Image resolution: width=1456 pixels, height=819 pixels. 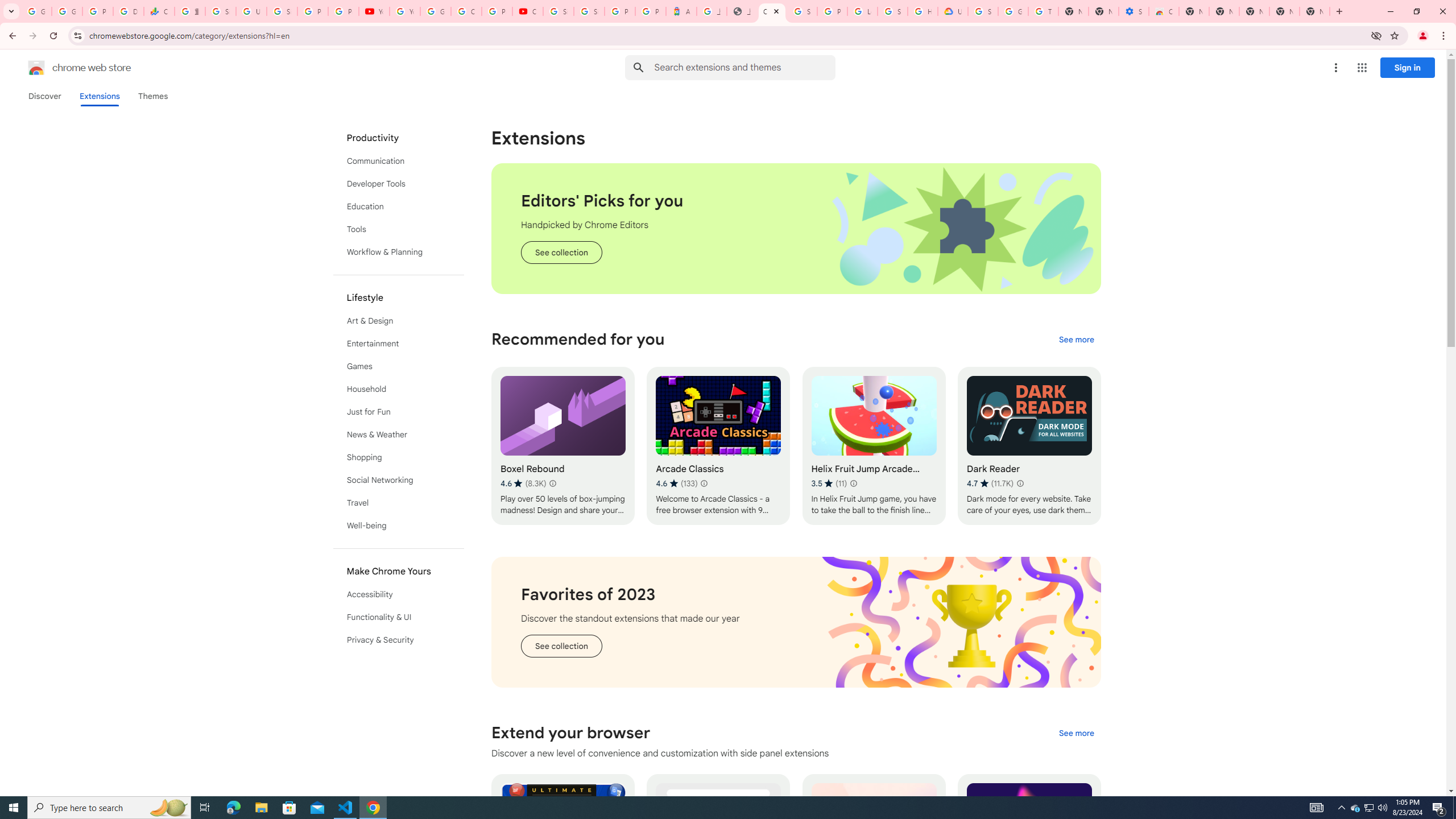 What do you see at coordinates (399, 229) in the screenshot?
I see `'Tools'` at bounding box center [399, 229].